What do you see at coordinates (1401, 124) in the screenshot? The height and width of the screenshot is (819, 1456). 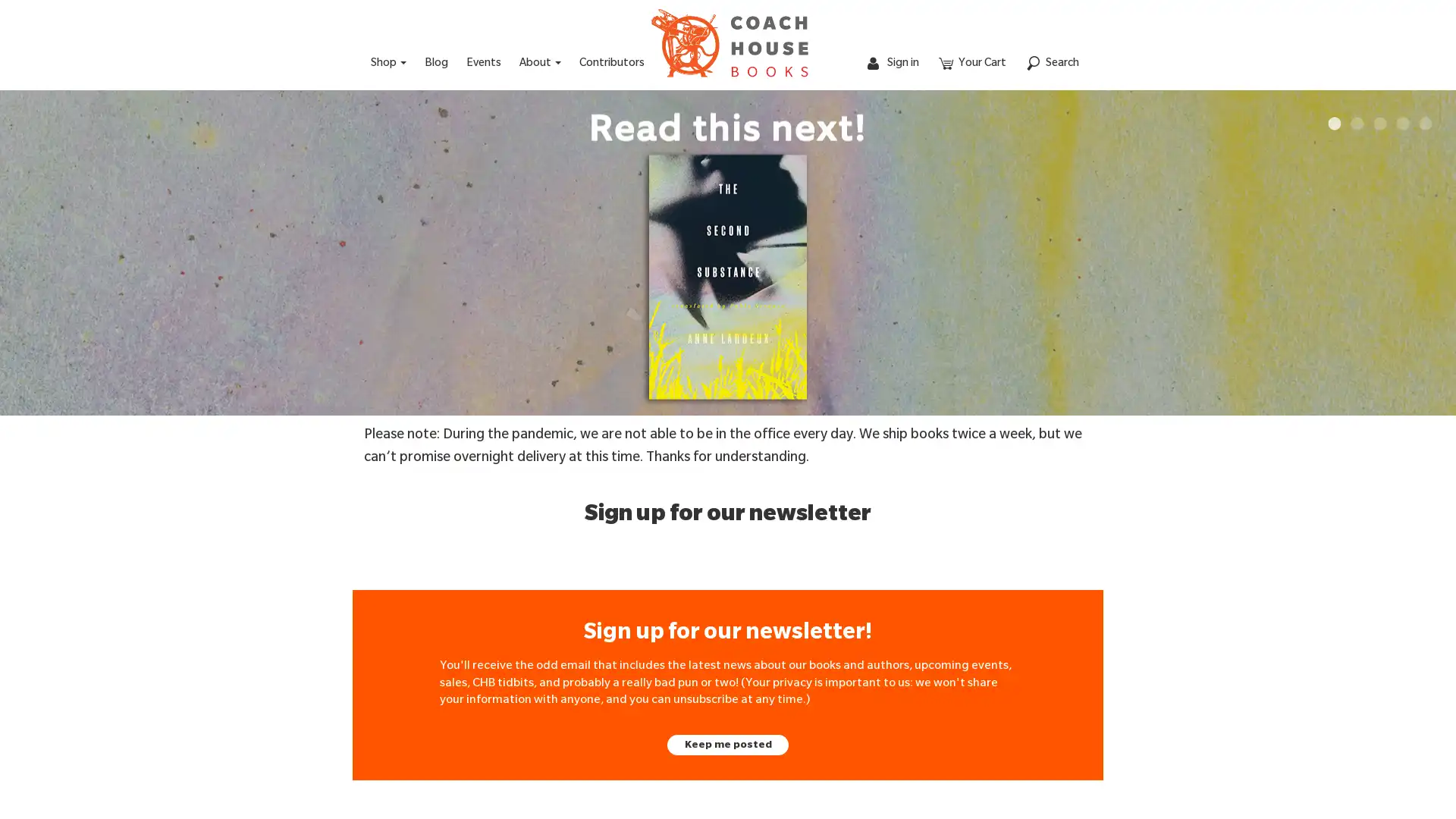 I see `4` at bounding box center [1401, 124].